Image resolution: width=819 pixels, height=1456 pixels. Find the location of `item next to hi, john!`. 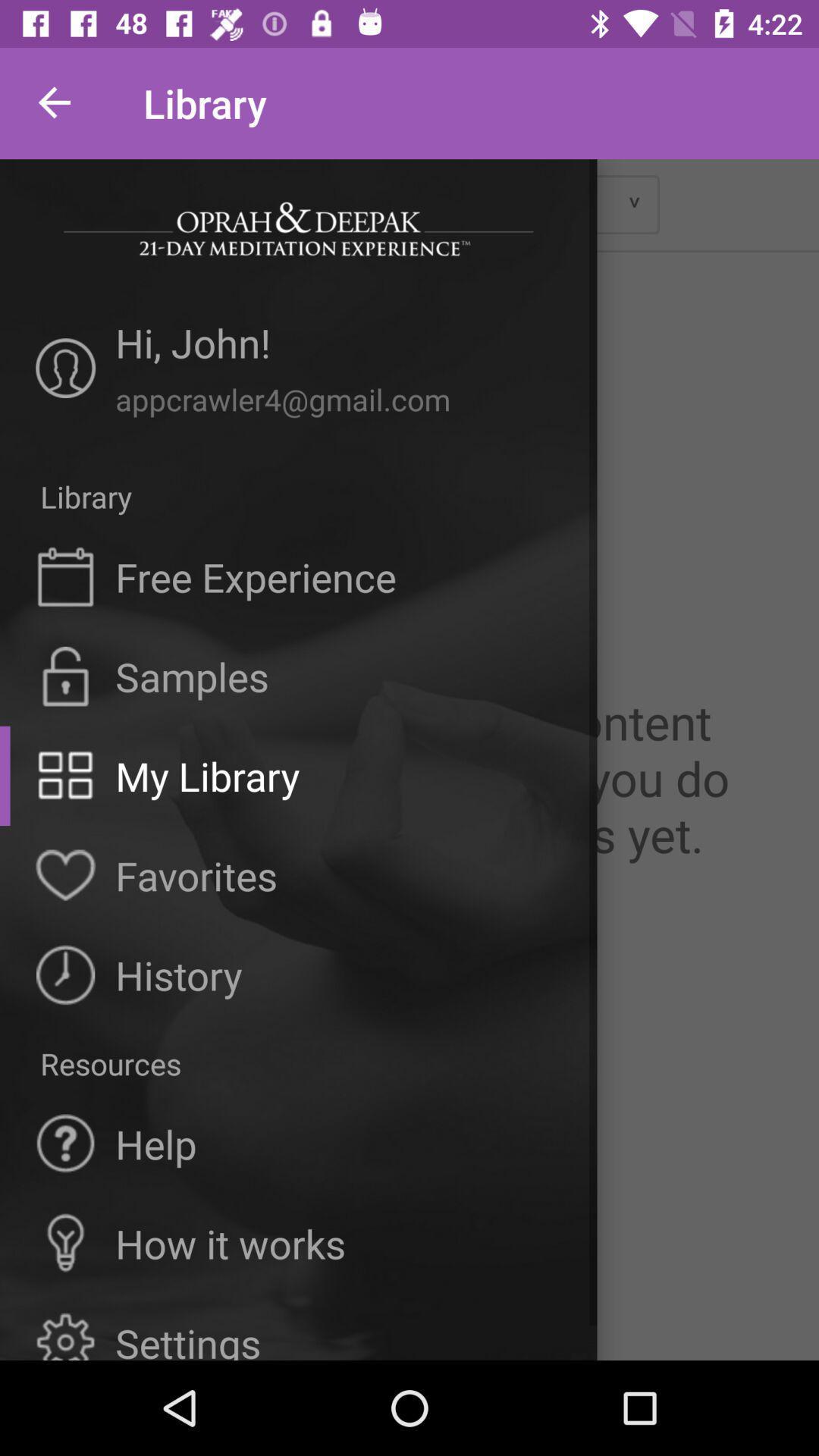

item next to hi, john! is located at coordinates (64, 368).